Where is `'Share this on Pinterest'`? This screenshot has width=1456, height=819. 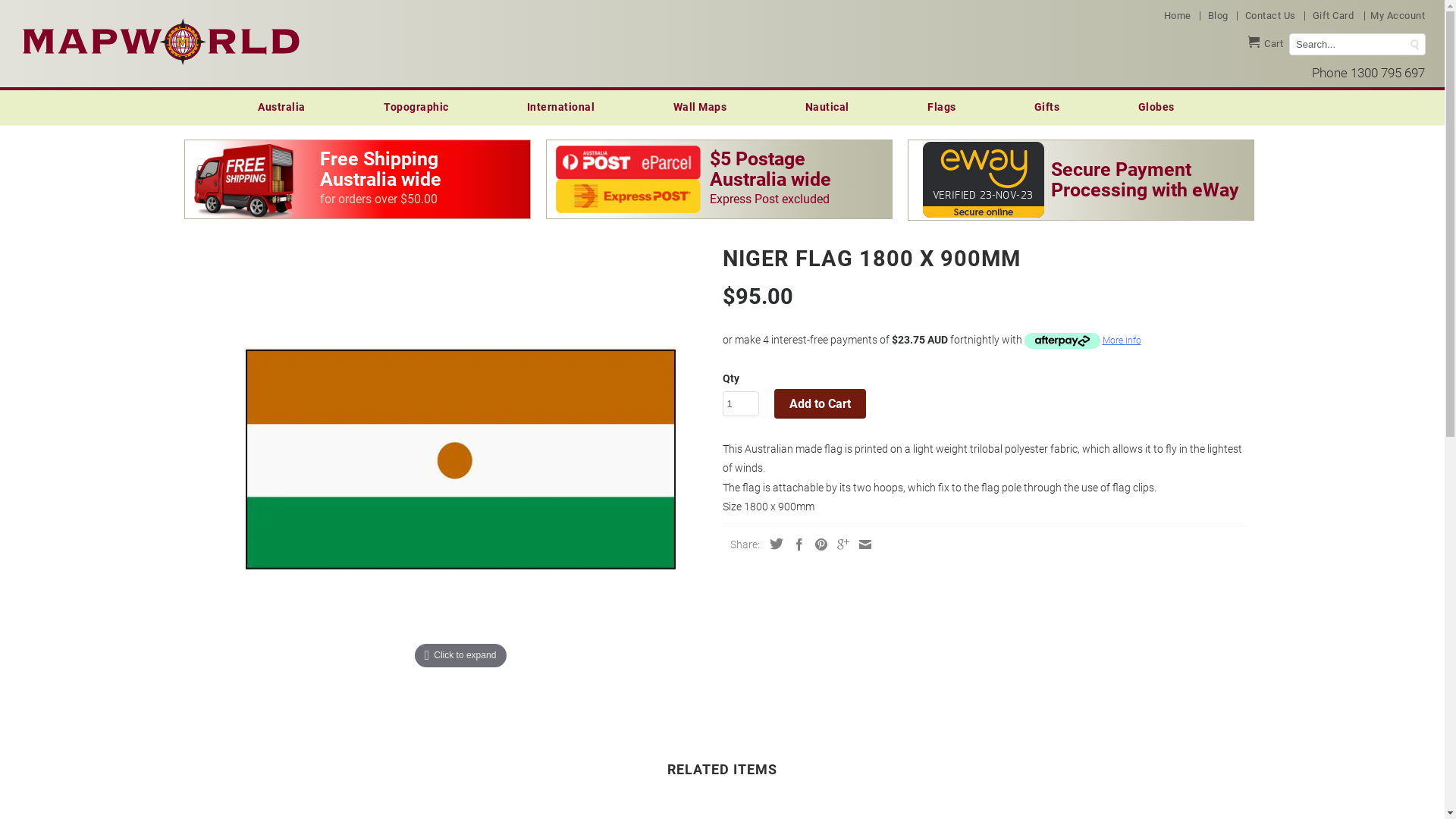 'Share this on Pinterest' is located at coordinates (815, 543).